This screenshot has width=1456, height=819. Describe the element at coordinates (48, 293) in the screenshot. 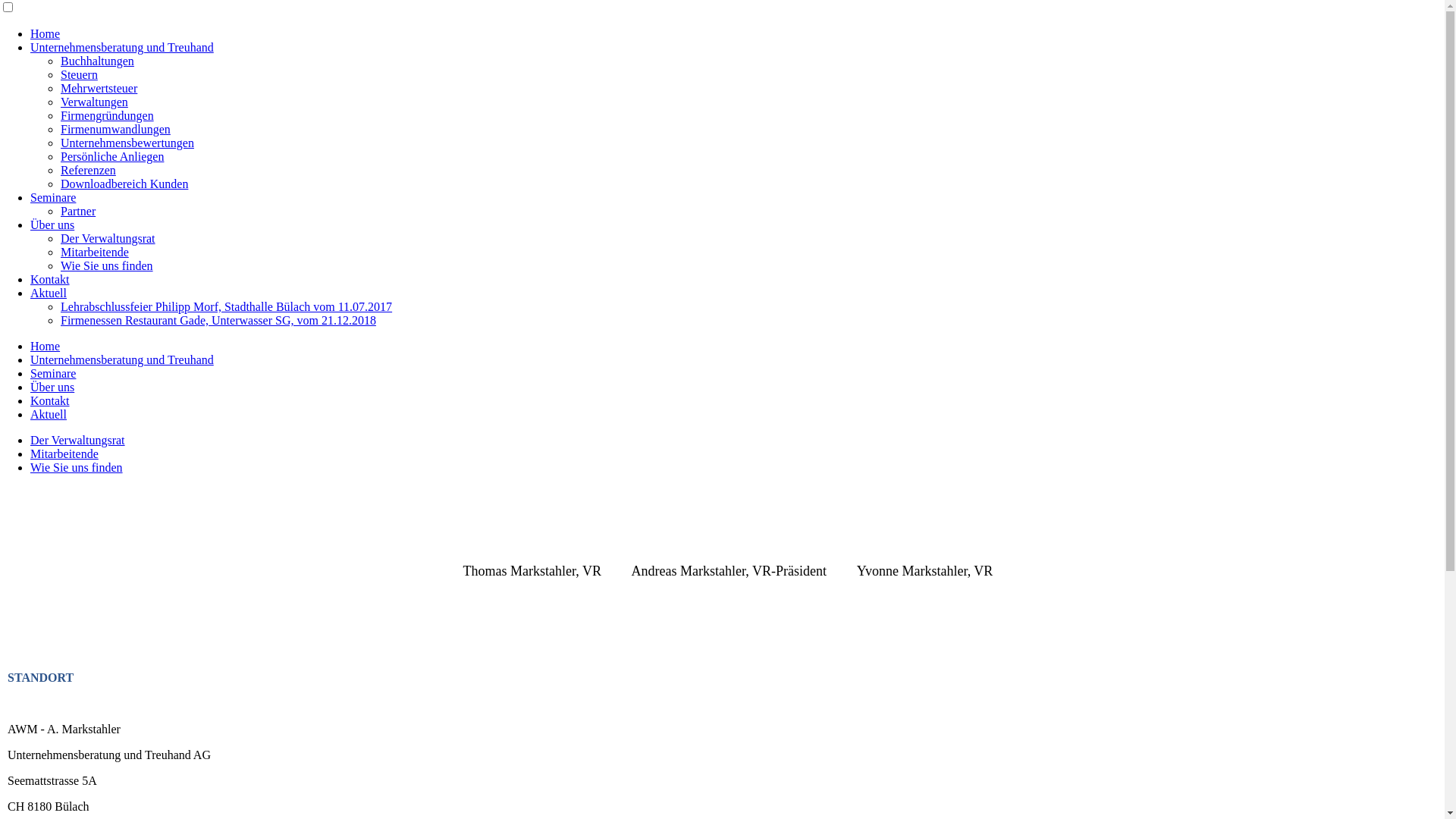

I see `'Aktuell'` at that location.